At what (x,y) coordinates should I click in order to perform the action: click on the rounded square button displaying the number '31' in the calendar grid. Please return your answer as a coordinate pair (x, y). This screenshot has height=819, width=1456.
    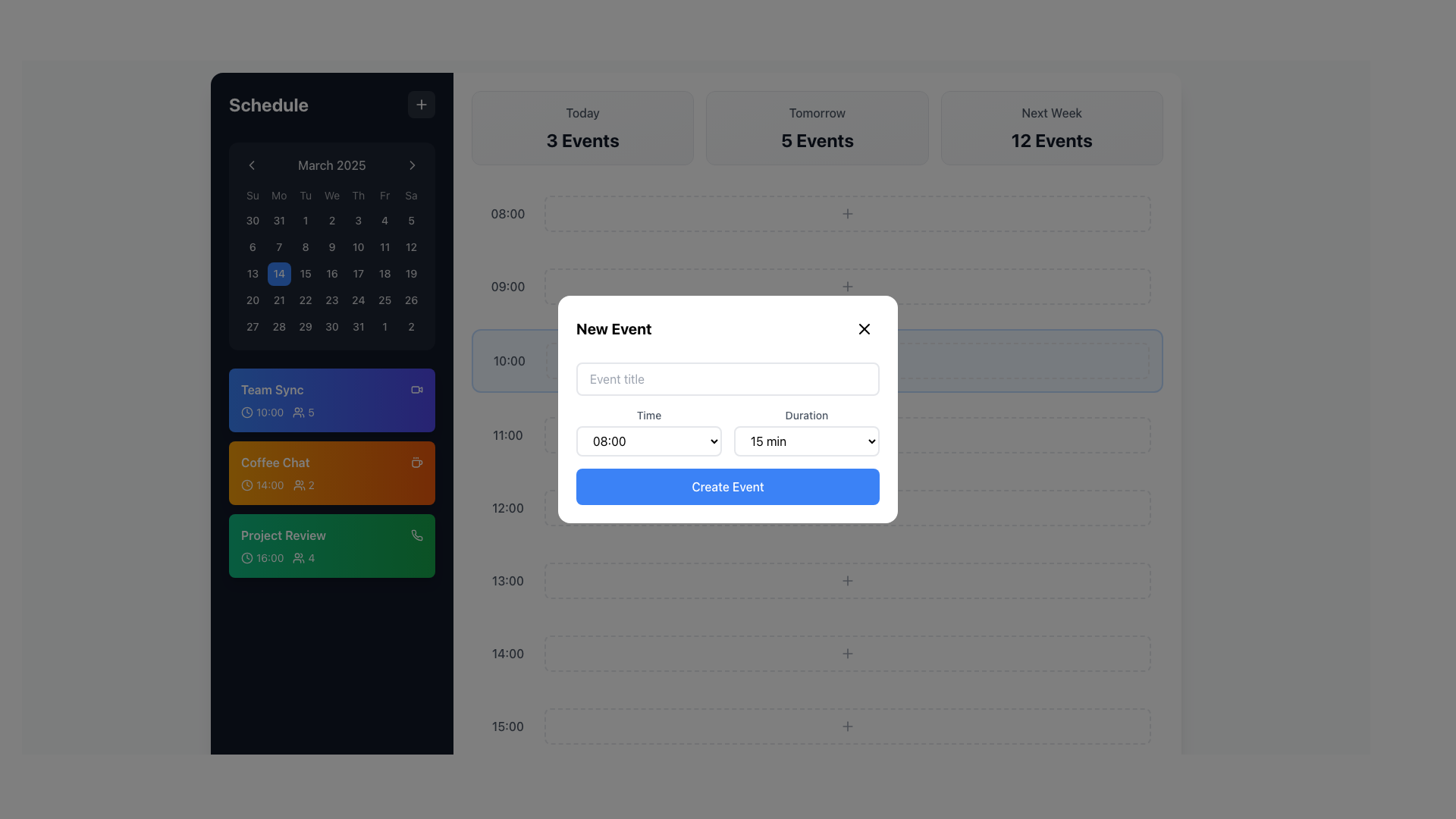
    Looking at the image, I should click on (279, 221).